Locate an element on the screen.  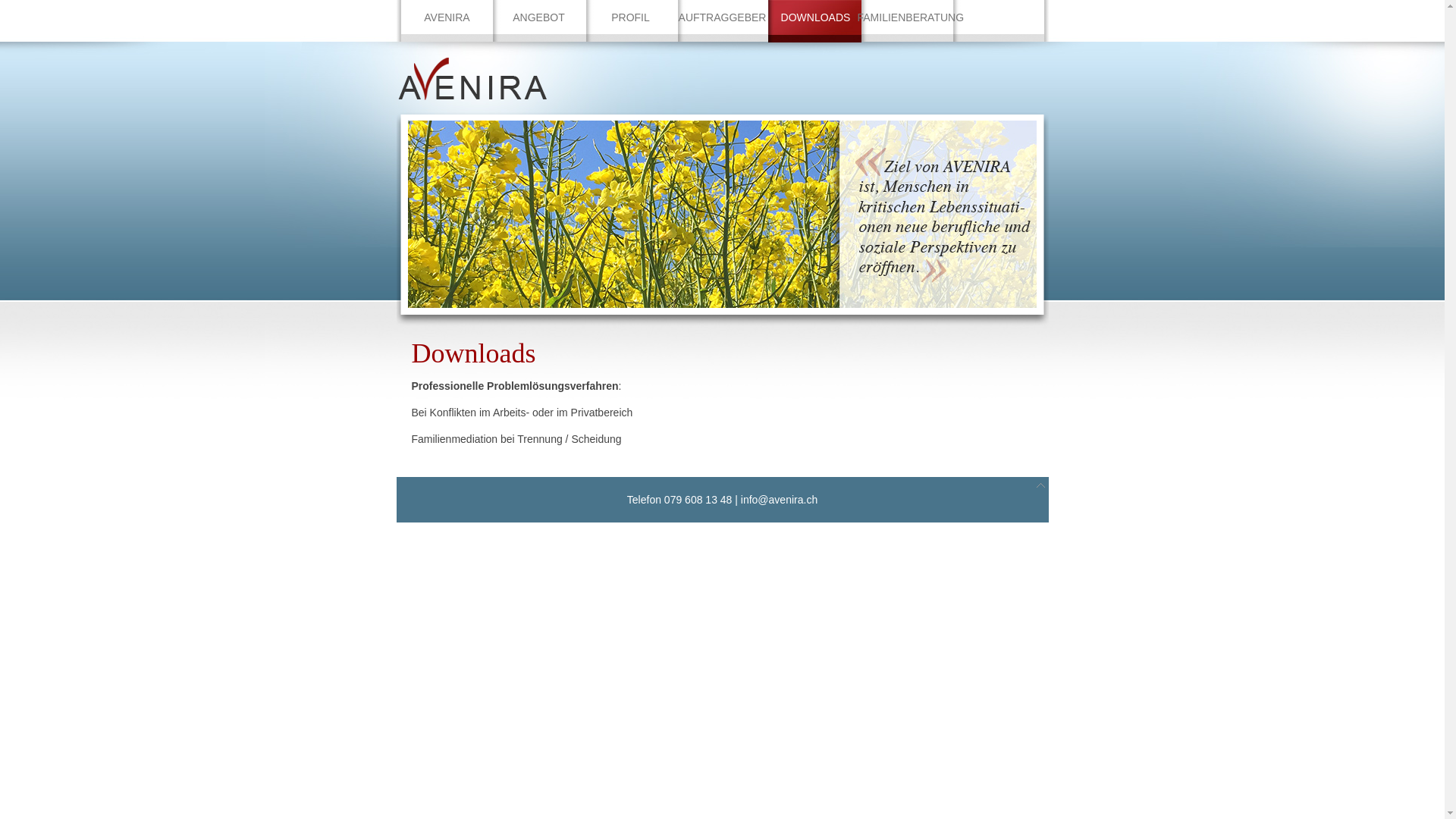
'PROFIL' is located at coordinates (630, 17).